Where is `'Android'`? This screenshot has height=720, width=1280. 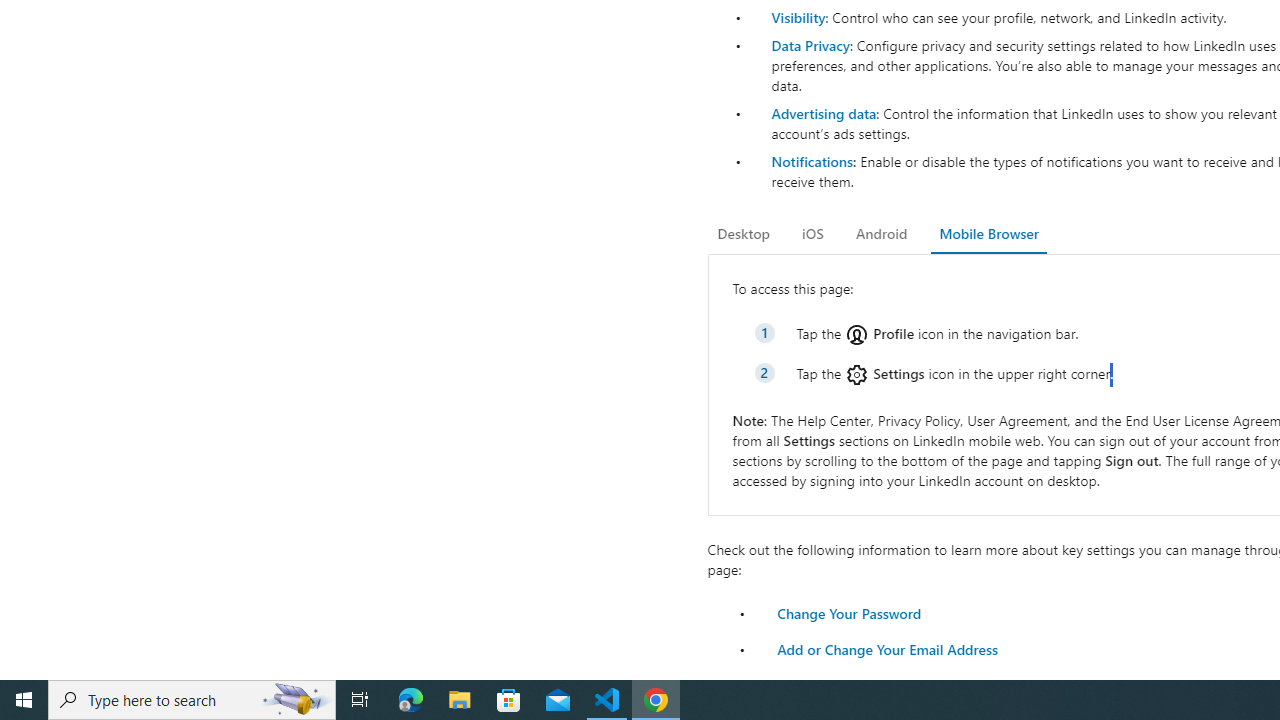 'Android' is located at coordinates (880, 233).